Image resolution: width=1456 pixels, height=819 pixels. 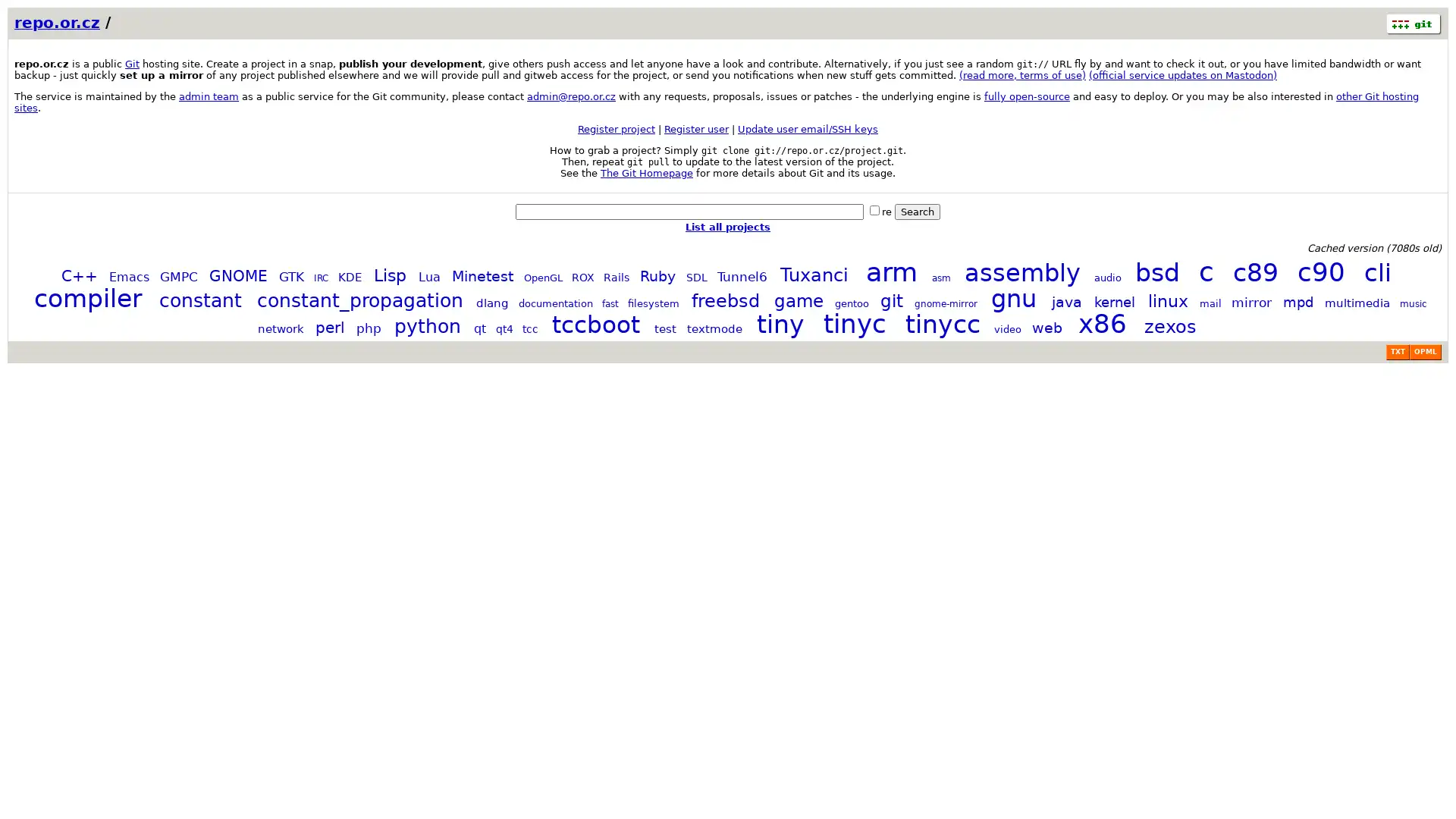 I want to click on Search, so click(x=916, y=212).